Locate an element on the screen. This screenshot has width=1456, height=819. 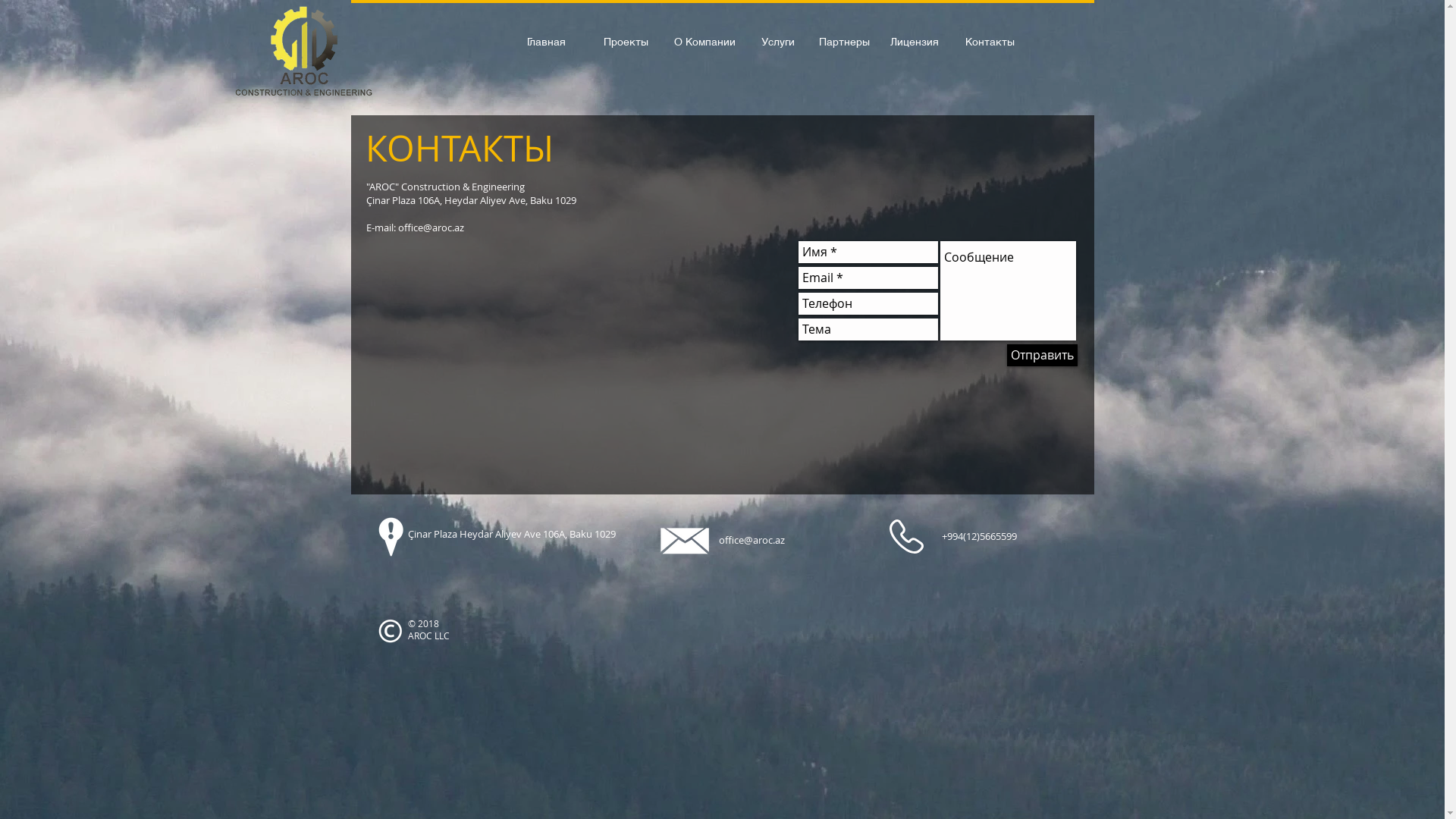
'office@aroc.az' is located at coordinates (429, 227).